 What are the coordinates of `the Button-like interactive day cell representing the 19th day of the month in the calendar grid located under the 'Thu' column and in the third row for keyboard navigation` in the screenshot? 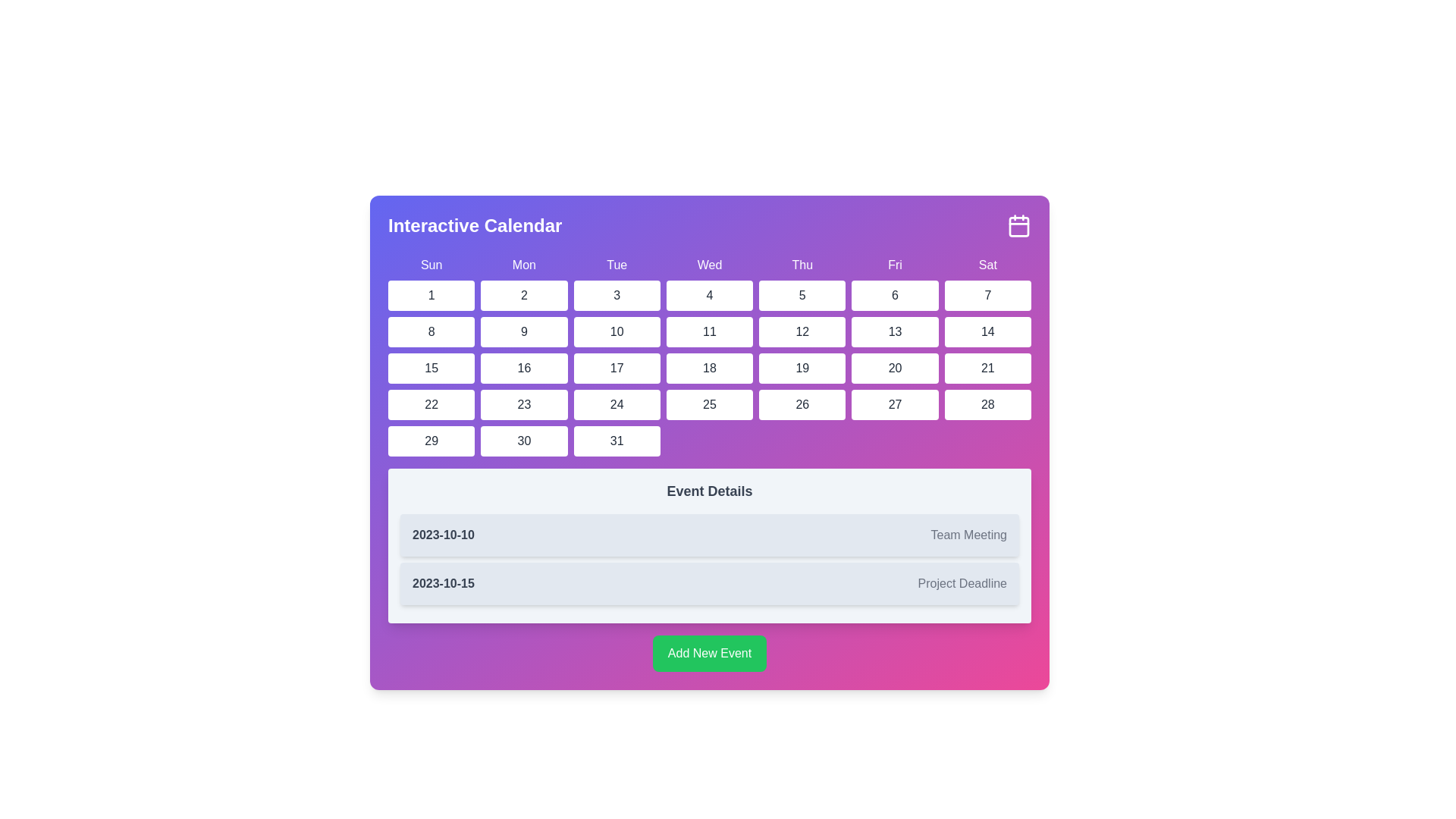 It's located at (802, 369).